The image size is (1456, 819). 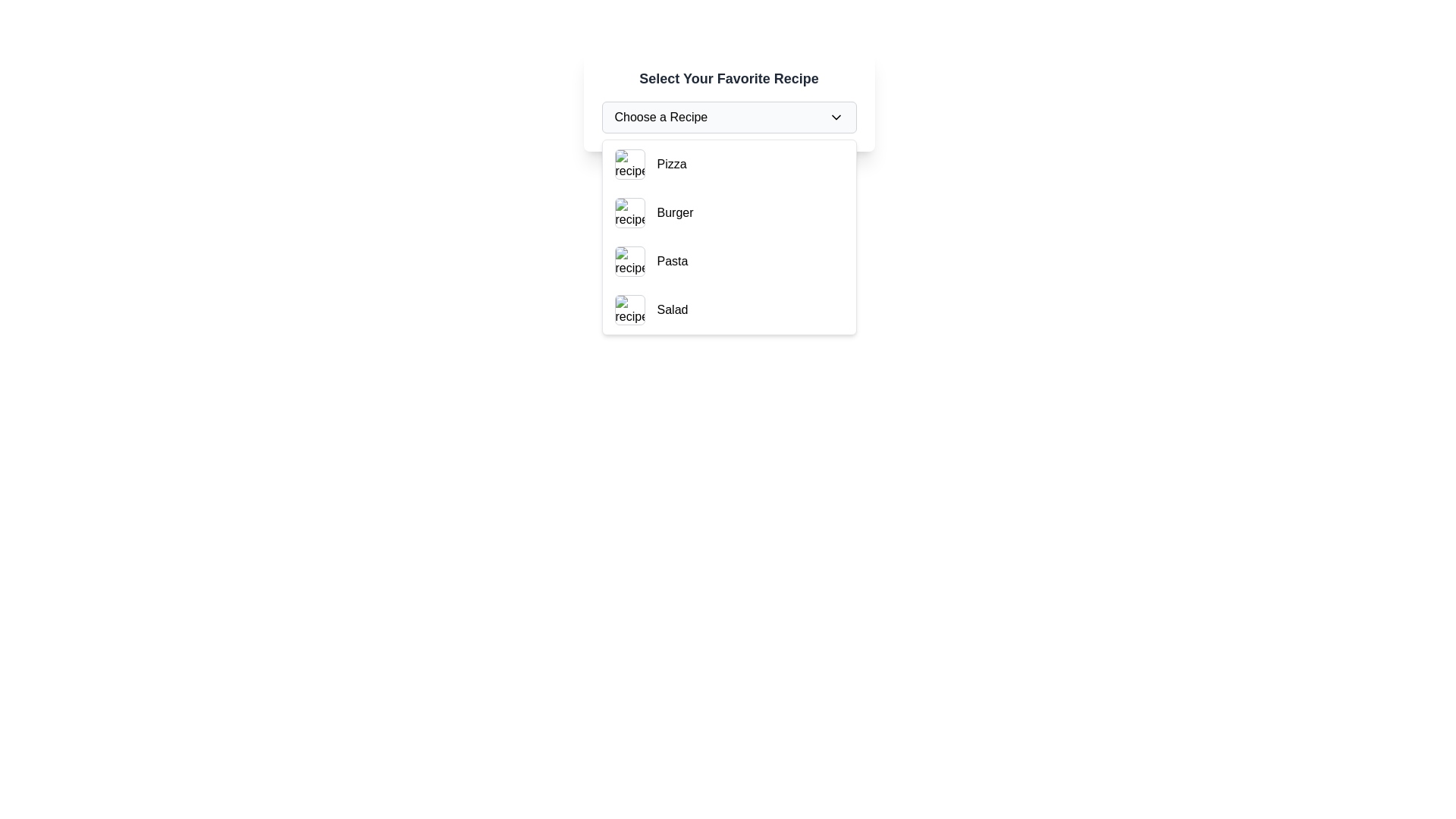 I want to click on the image icon with a circular border and gray border labeled 'recipe' that is positioned within the dropdown menu under 'Choose a Recipe' associated with 'Pizza', so click(x=629, y=164).